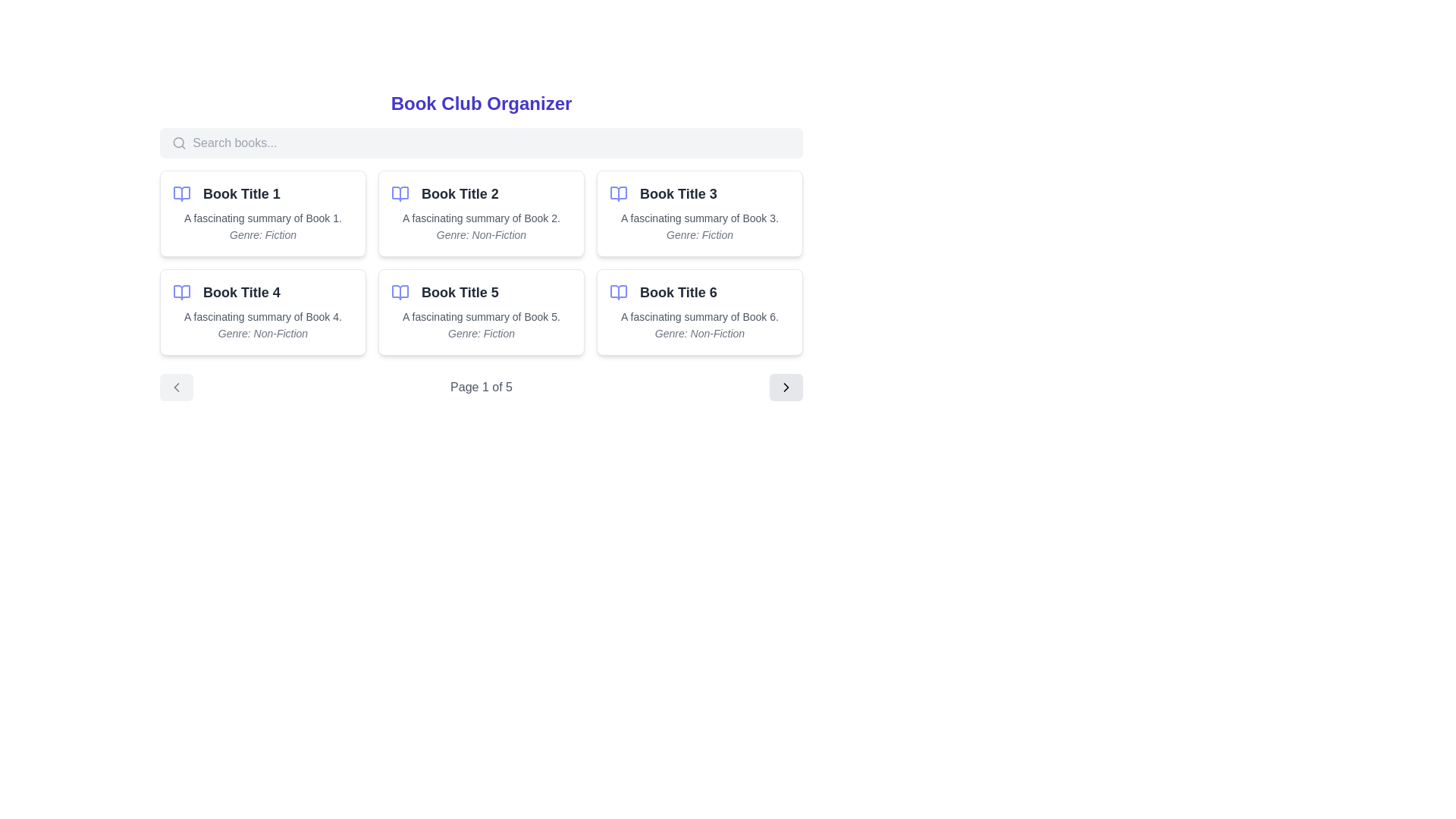 The height and width of the screenshot is (819, 1456). Describe the element at coordinates (698, 234) in the screenshot. I see `the text label 'Genre: Fiction' which is styled in italic and smaller font, located at the bottom of the third card in the top row of the book list grid` at that location.